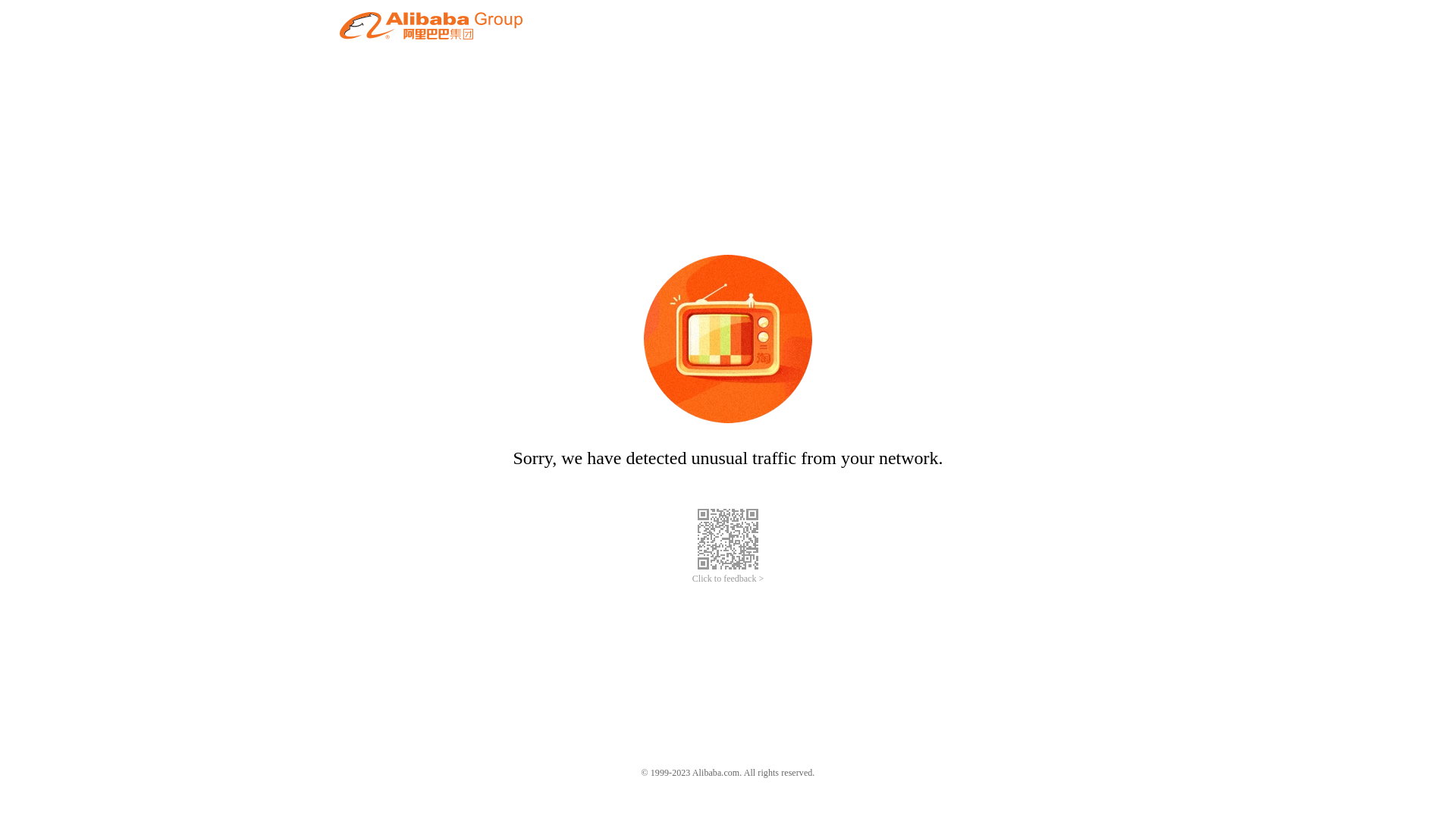 The width and height of the screenshot is (1456, 819). I want to click on 'Click to feedback >', so click(728, 579).